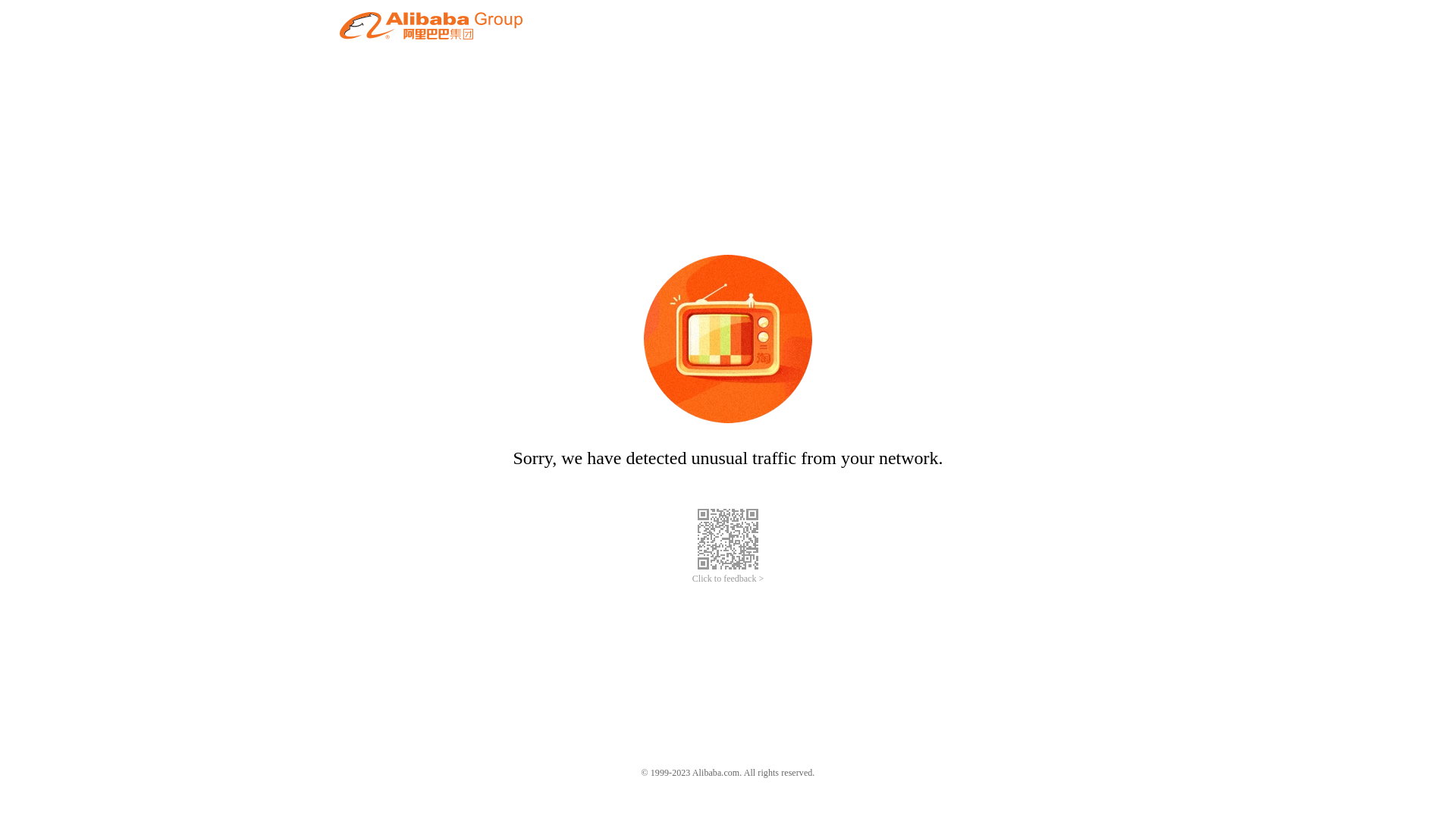 The width and height of the screenshot is (1456, 819). I want to click on 'Click to feedback >', so click(728, 579).